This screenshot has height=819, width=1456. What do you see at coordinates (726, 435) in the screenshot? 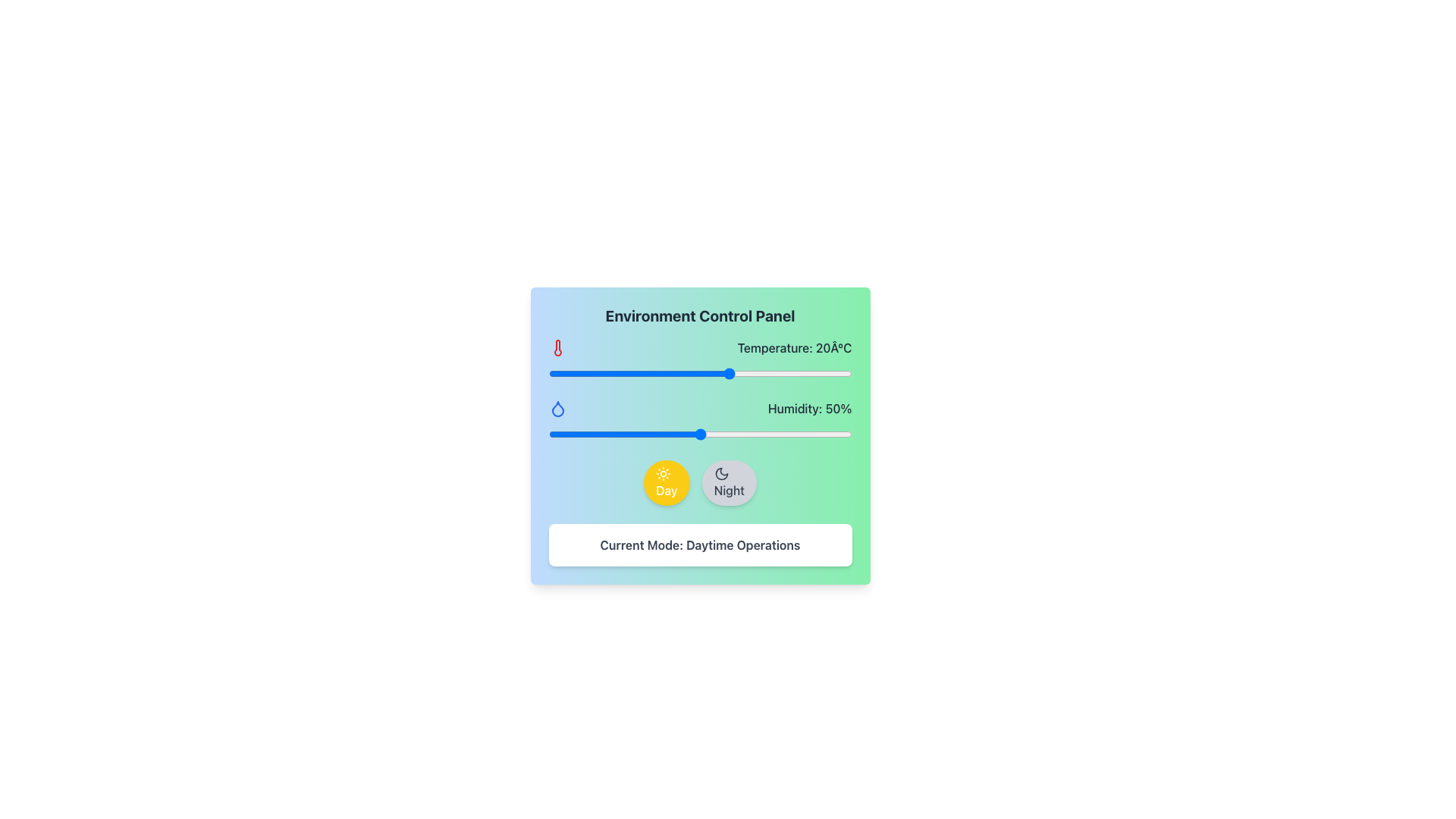
I see `the humidity` at bounding box center [726, 435].